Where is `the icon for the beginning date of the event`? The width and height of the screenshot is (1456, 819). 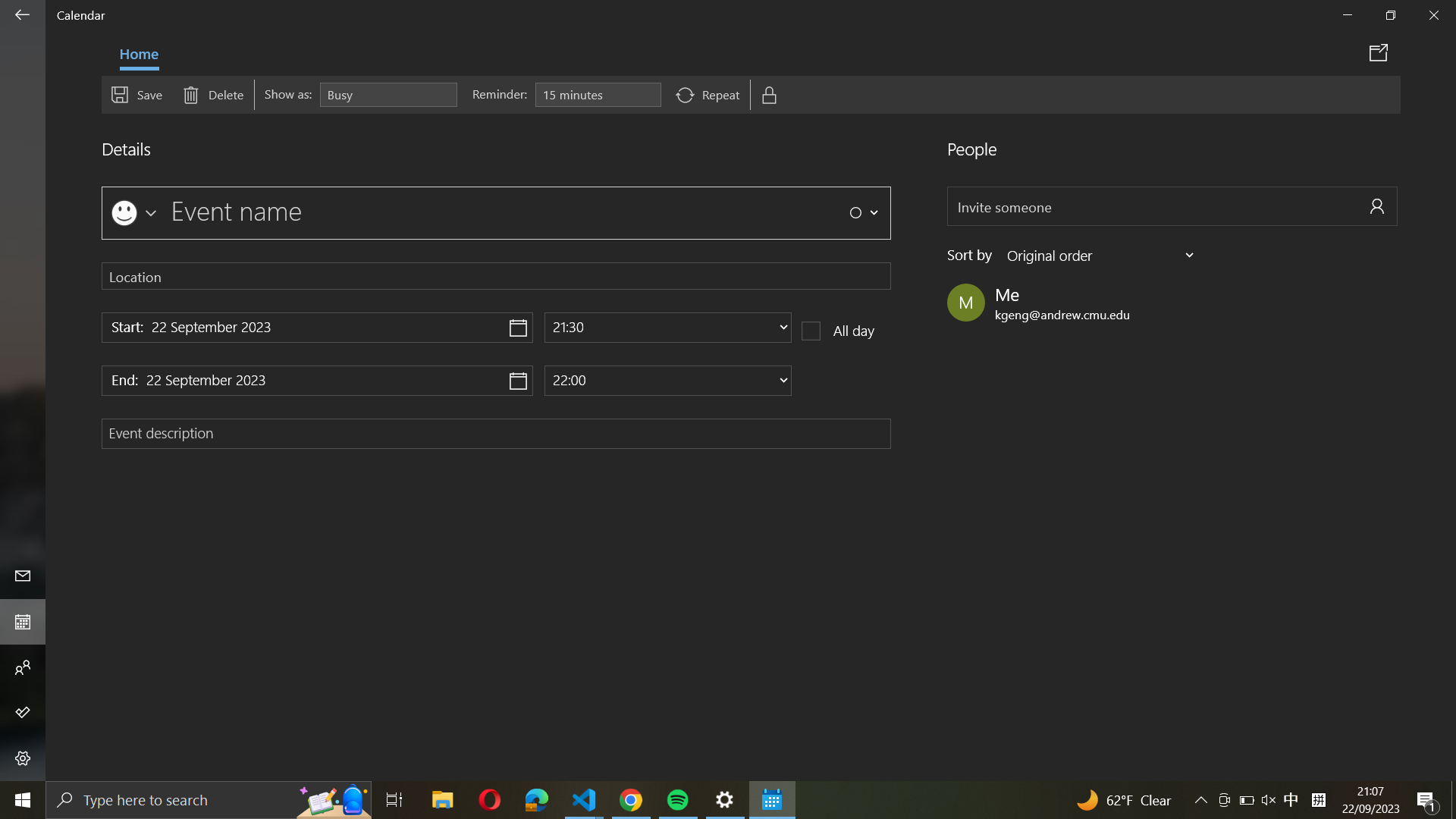 the icon for the beginning date of the event is located at coordinates (316, 327).